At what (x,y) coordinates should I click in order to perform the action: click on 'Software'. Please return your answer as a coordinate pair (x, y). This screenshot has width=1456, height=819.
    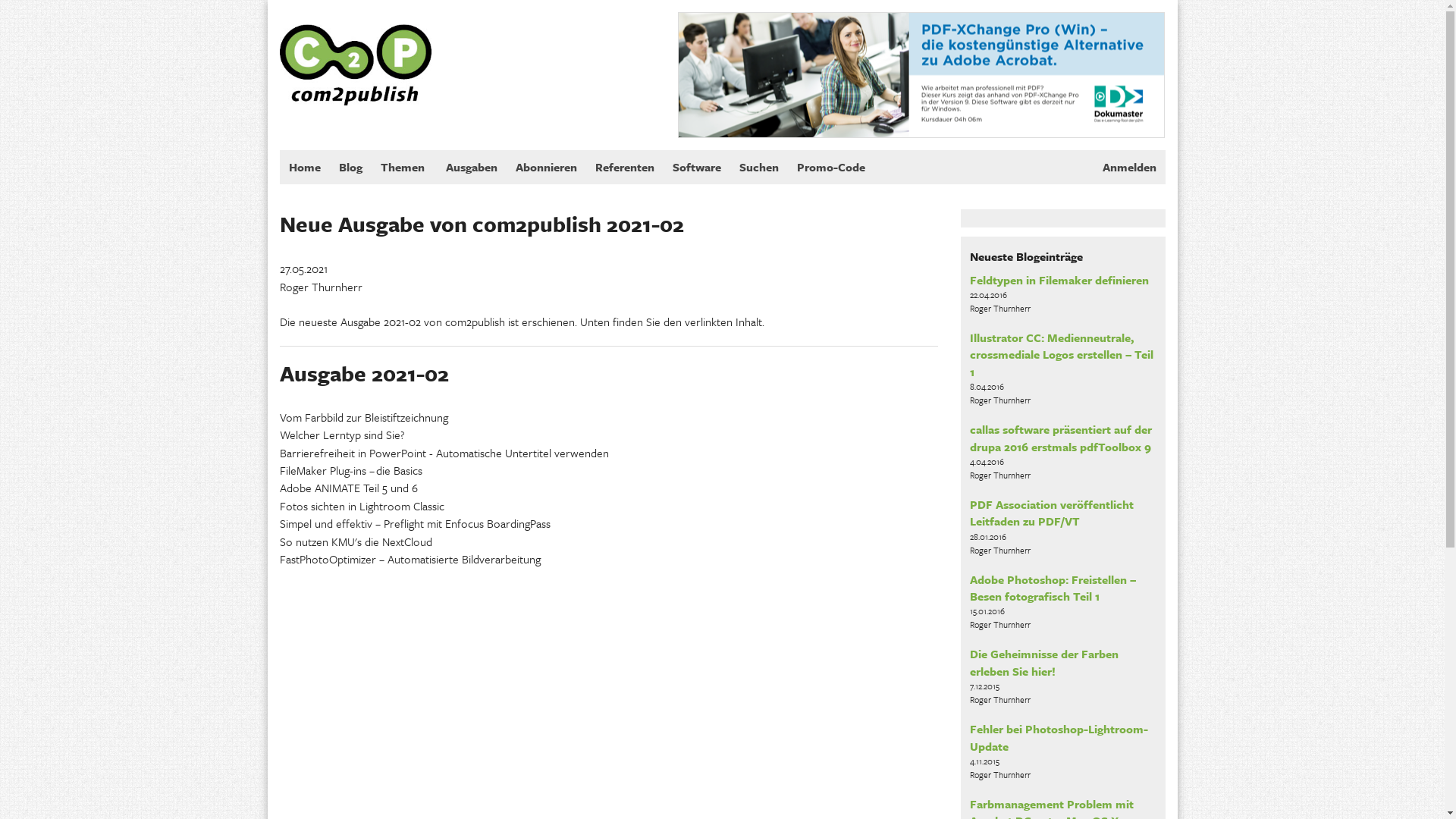
    Looking at the image, I should click on (695, 167).